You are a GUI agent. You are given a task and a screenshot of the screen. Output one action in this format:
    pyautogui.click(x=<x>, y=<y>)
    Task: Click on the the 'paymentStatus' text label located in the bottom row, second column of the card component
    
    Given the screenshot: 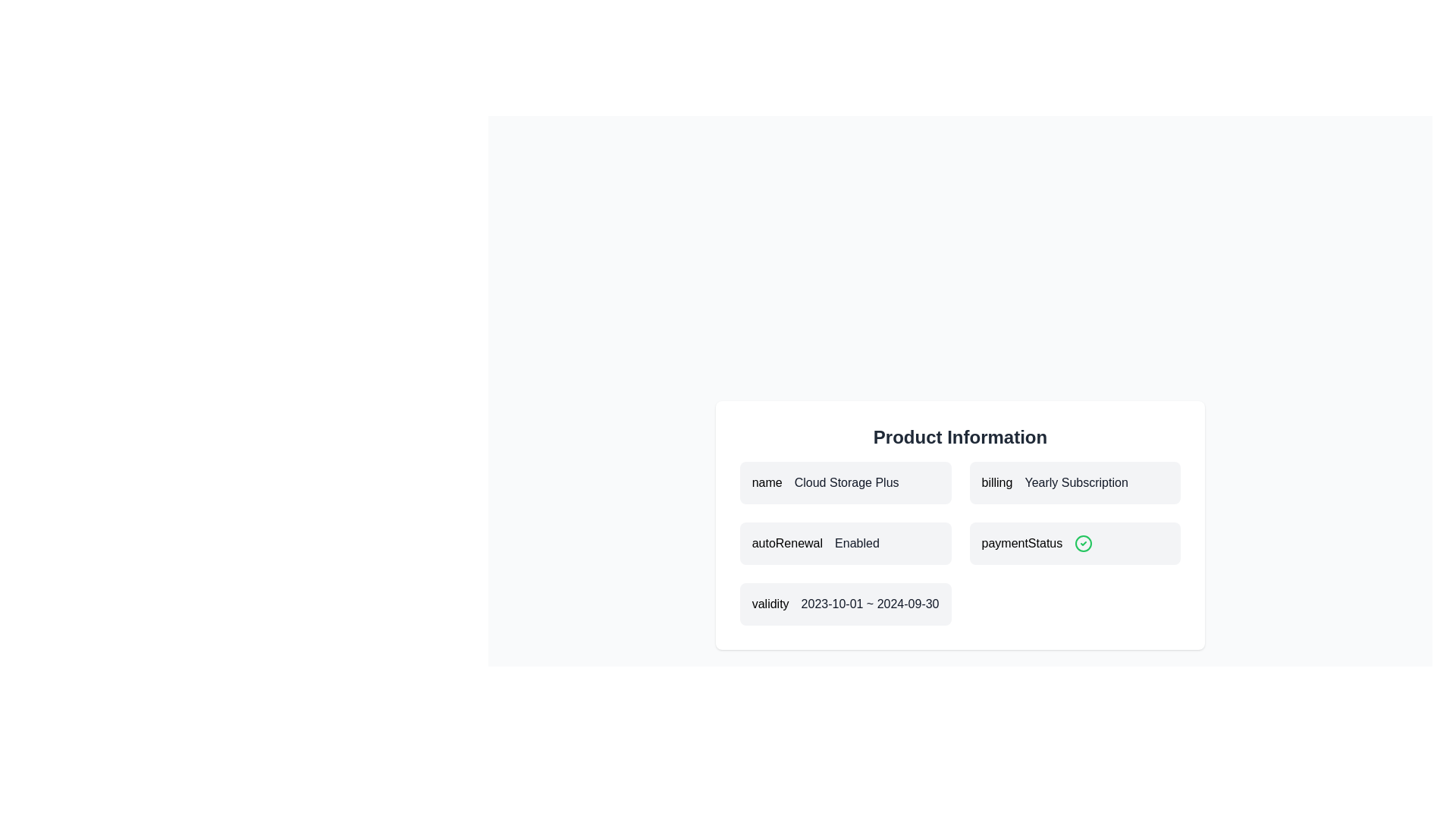 What is the action you would take?
    pyautogui.click(x=1021, y=543)
    